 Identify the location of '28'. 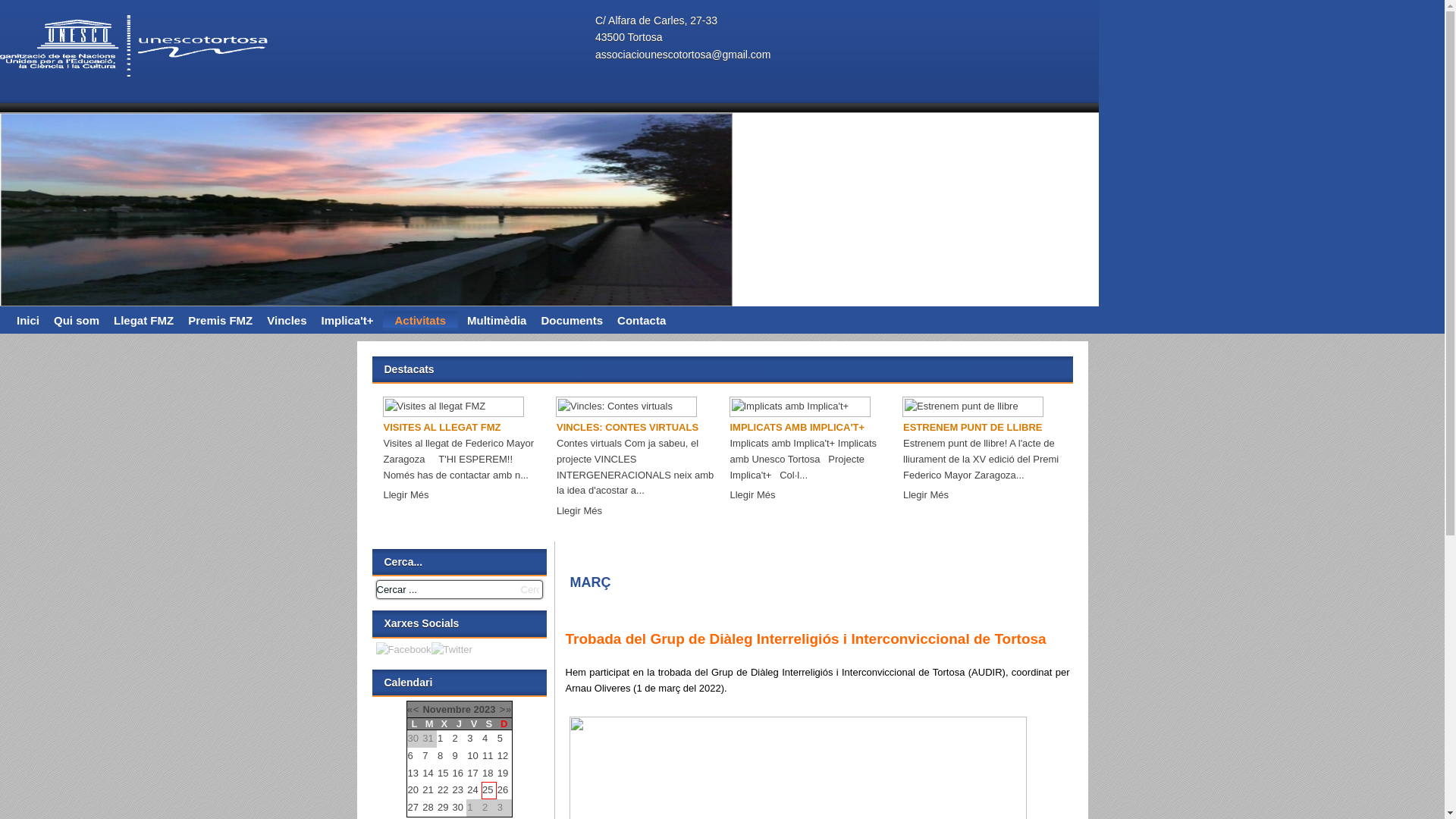
(422, 806).